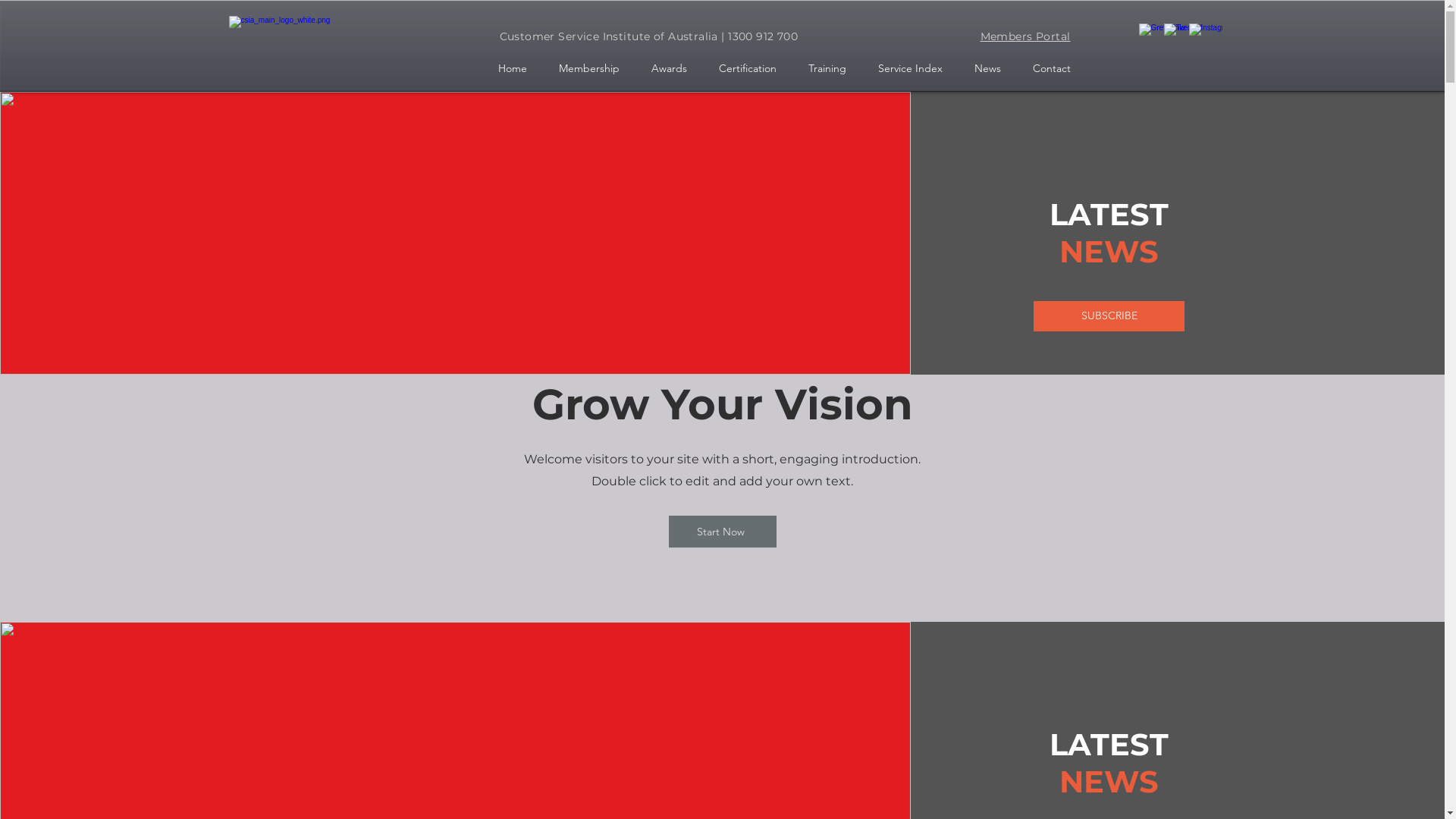 The image size is (1456, 819). What do you see at coordinates (1025, 35) in the screenshot?
I see `'Members Portal'` at bounding box center [1025, 35].